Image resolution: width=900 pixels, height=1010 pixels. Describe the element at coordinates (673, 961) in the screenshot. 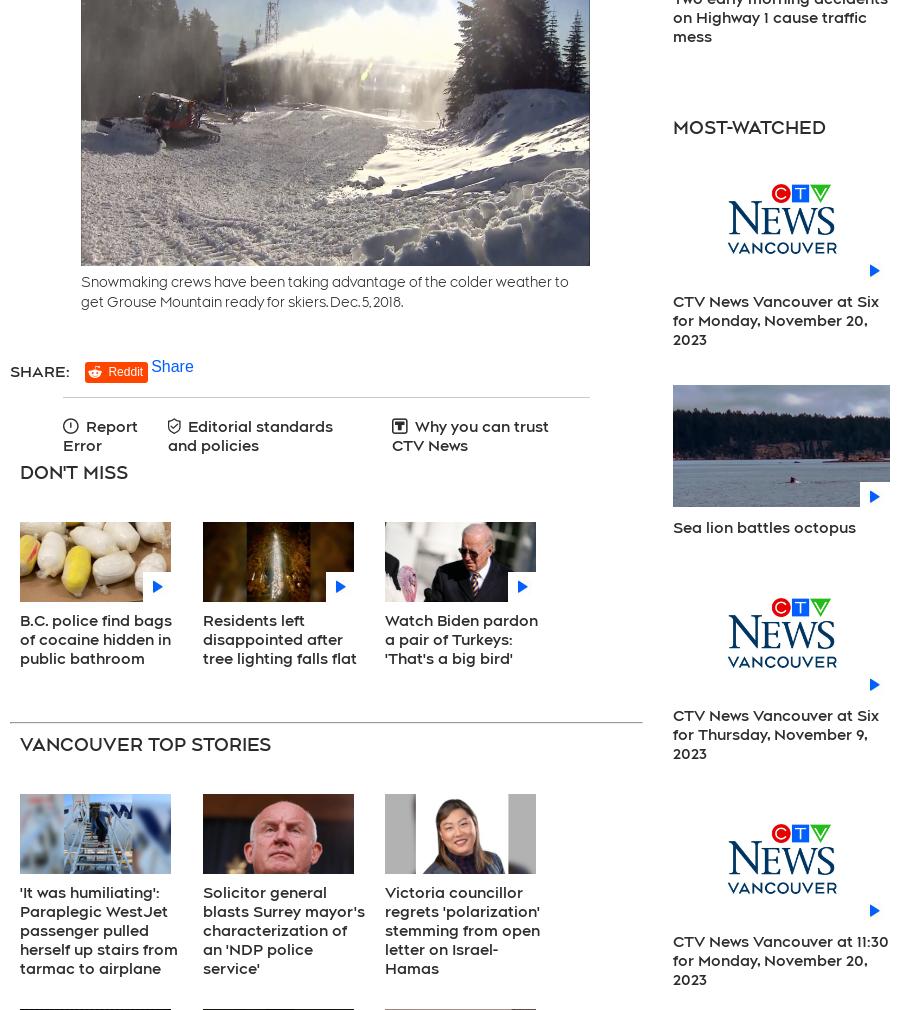

I see `'CTV News Vancouver at 11:30 for Monday, November 20, 2023'` at that location.